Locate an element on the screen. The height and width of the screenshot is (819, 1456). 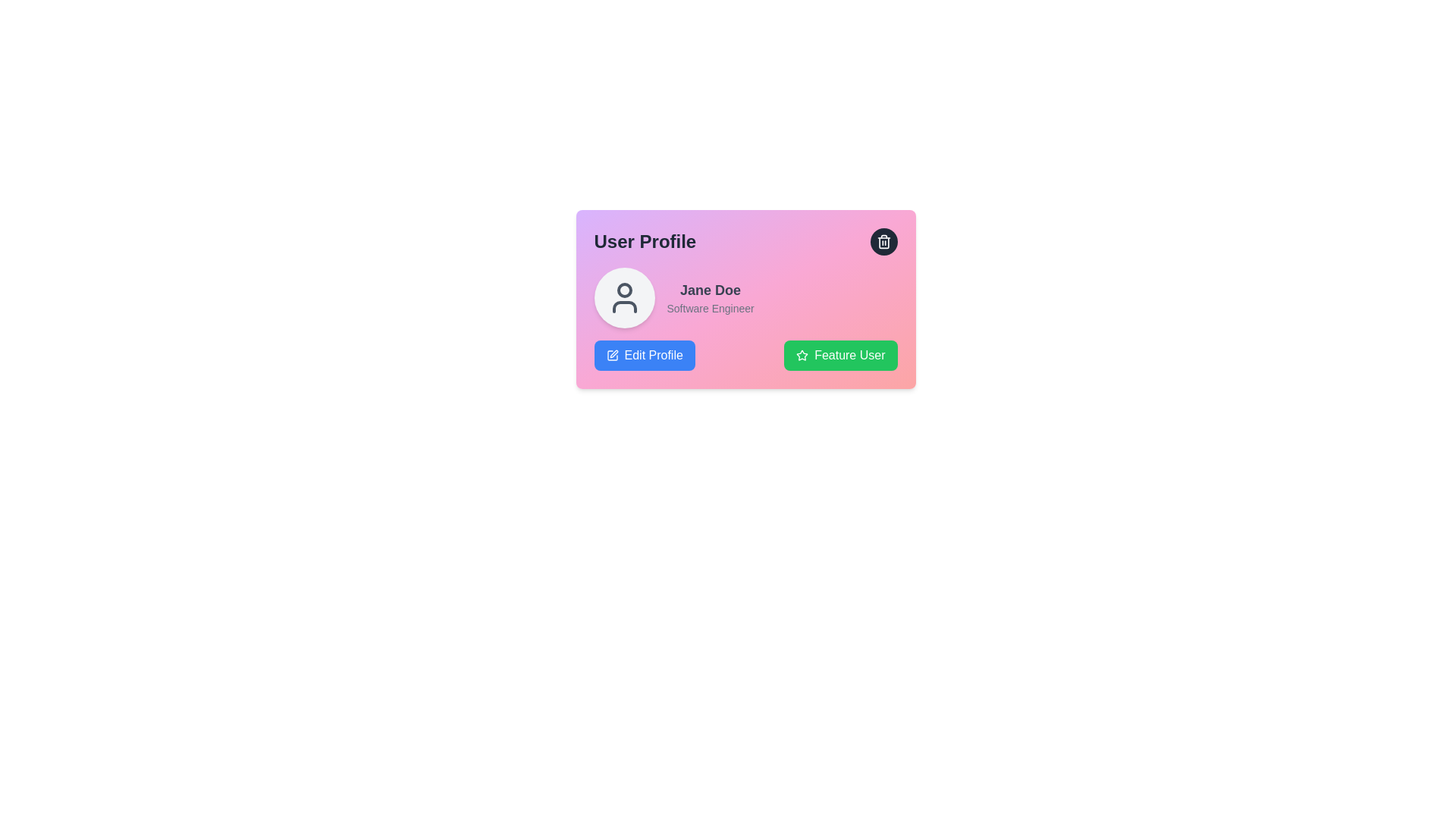
the user avatar icon located at the top-left of the 'User Profile' card, which represents the user and is centrally aligned within a circular area above the text 'Jane Doe' and 'Software Engineer' is located at coordinates (624, 298).